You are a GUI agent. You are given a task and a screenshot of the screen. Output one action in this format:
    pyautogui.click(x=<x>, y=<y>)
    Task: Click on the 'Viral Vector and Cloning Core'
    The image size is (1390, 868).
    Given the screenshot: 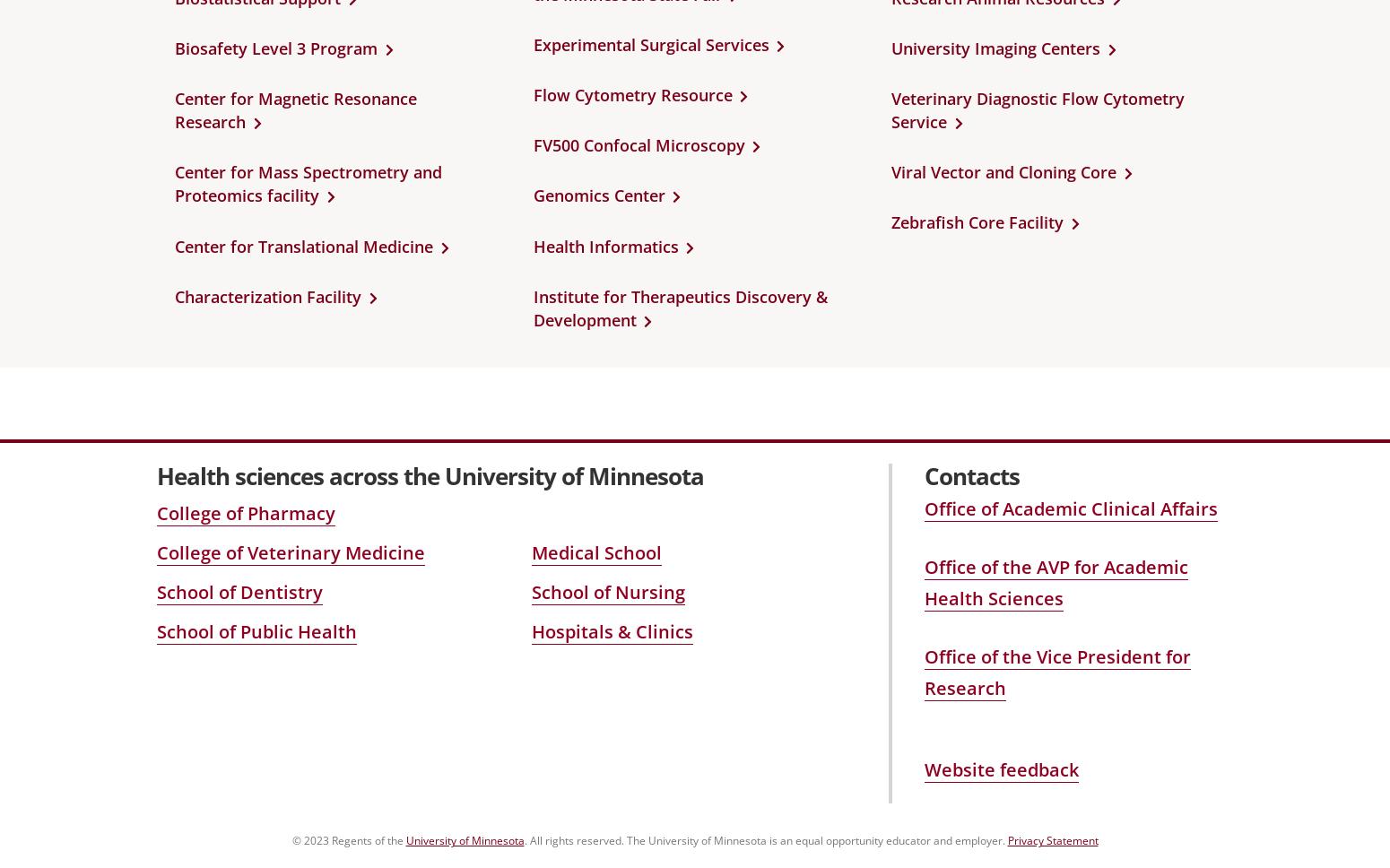 What is the action you would take?
    pyautogui.click(x=1003, y=171)
    